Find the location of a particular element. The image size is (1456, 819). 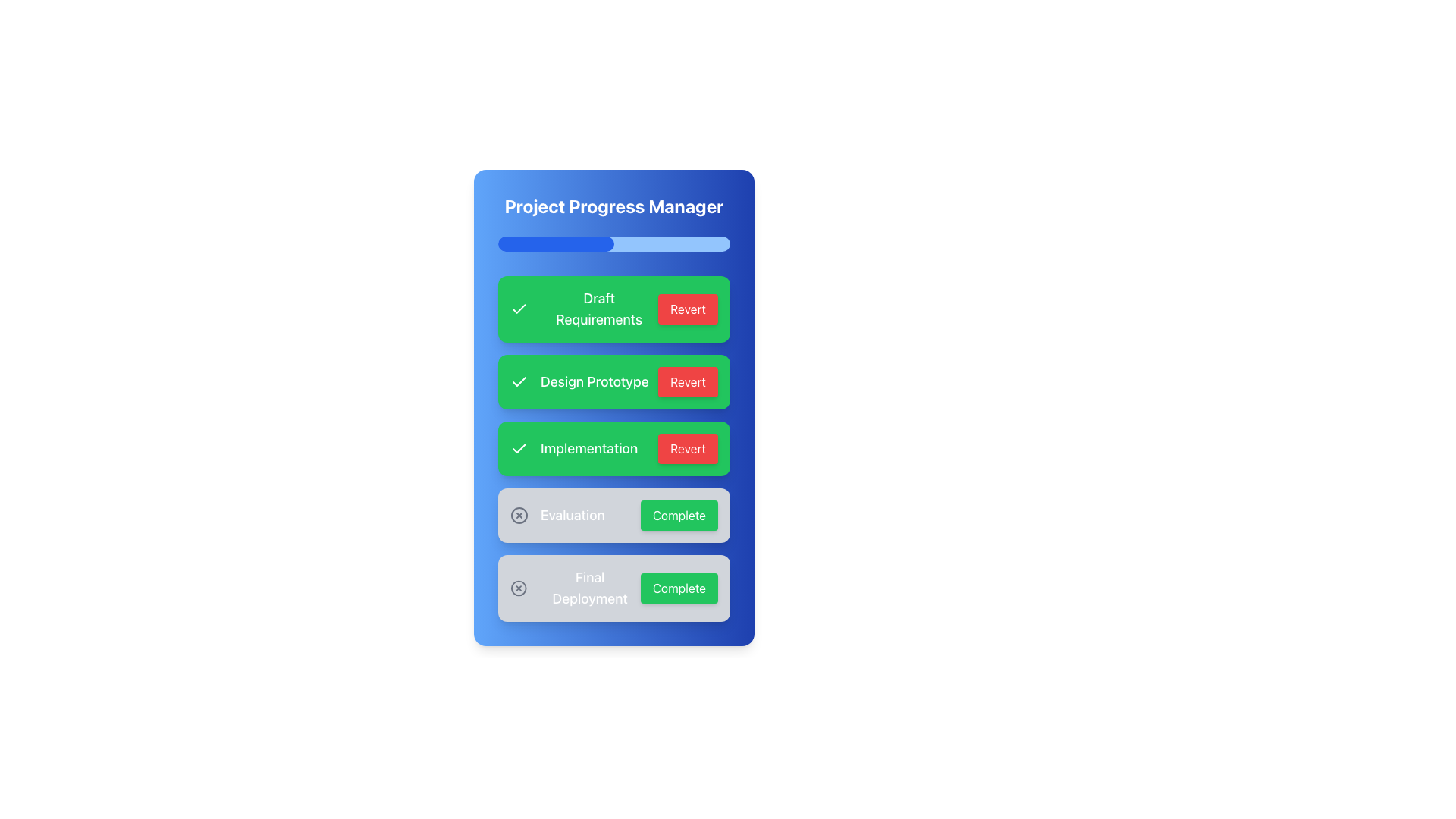

the 'Implementation' phase List Item with embedded Button, which is the third item in a vertical list that indicates completion with a green color and checkmark is located at coordinates (614, 447).